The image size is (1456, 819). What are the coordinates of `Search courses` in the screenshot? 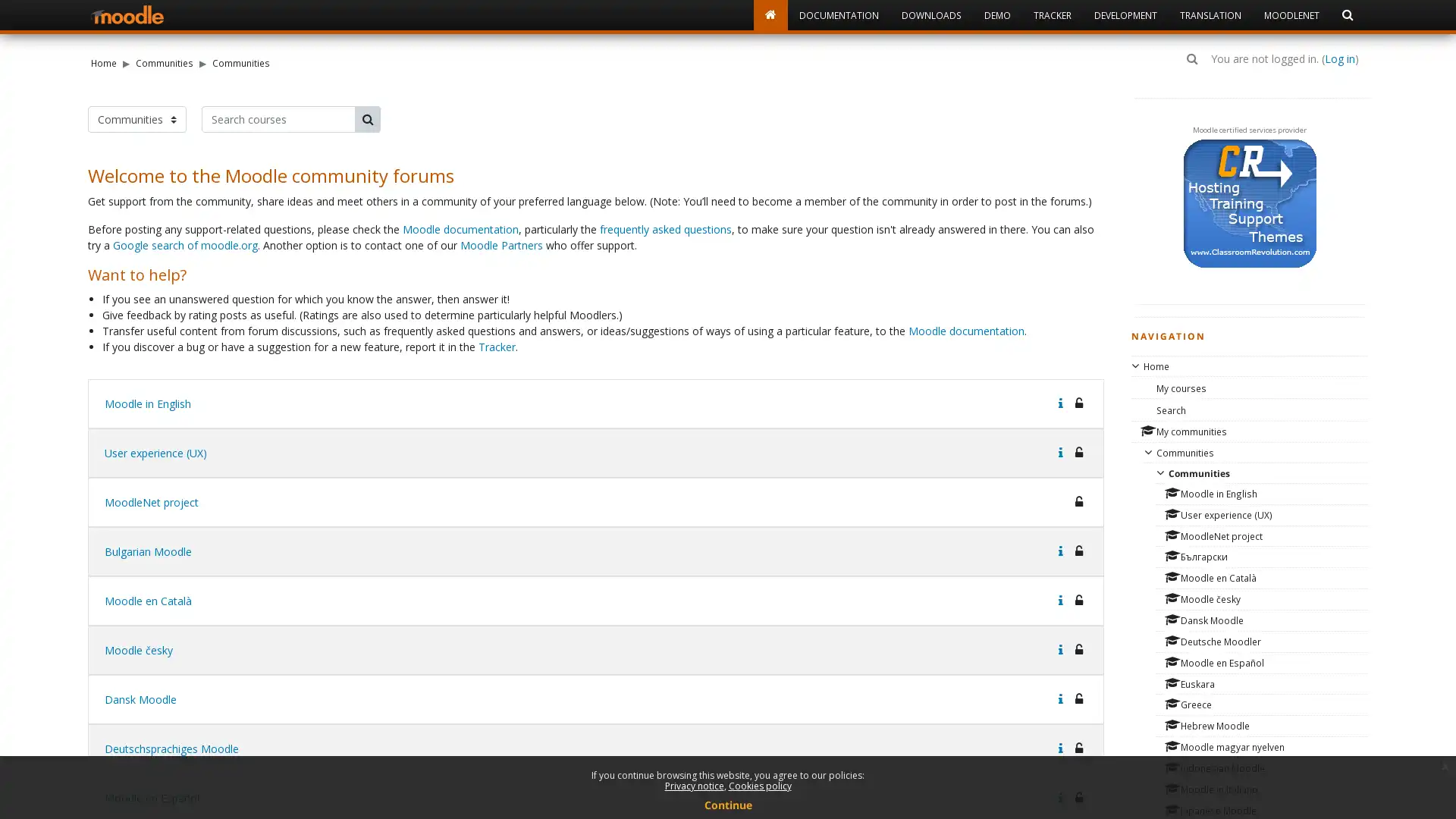 It's located at (367, 118).